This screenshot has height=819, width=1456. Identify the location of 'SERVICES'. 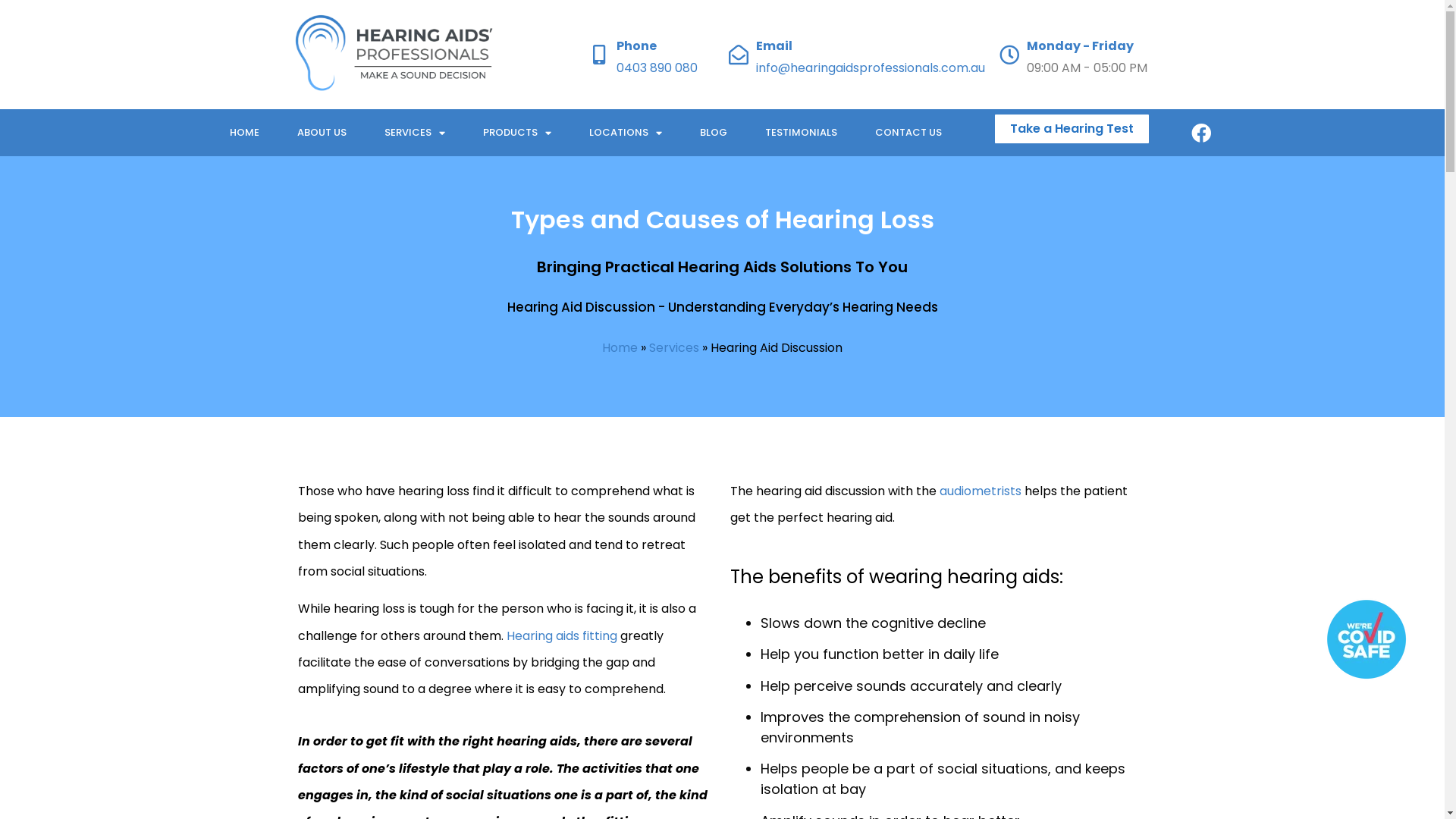
(415, 131).